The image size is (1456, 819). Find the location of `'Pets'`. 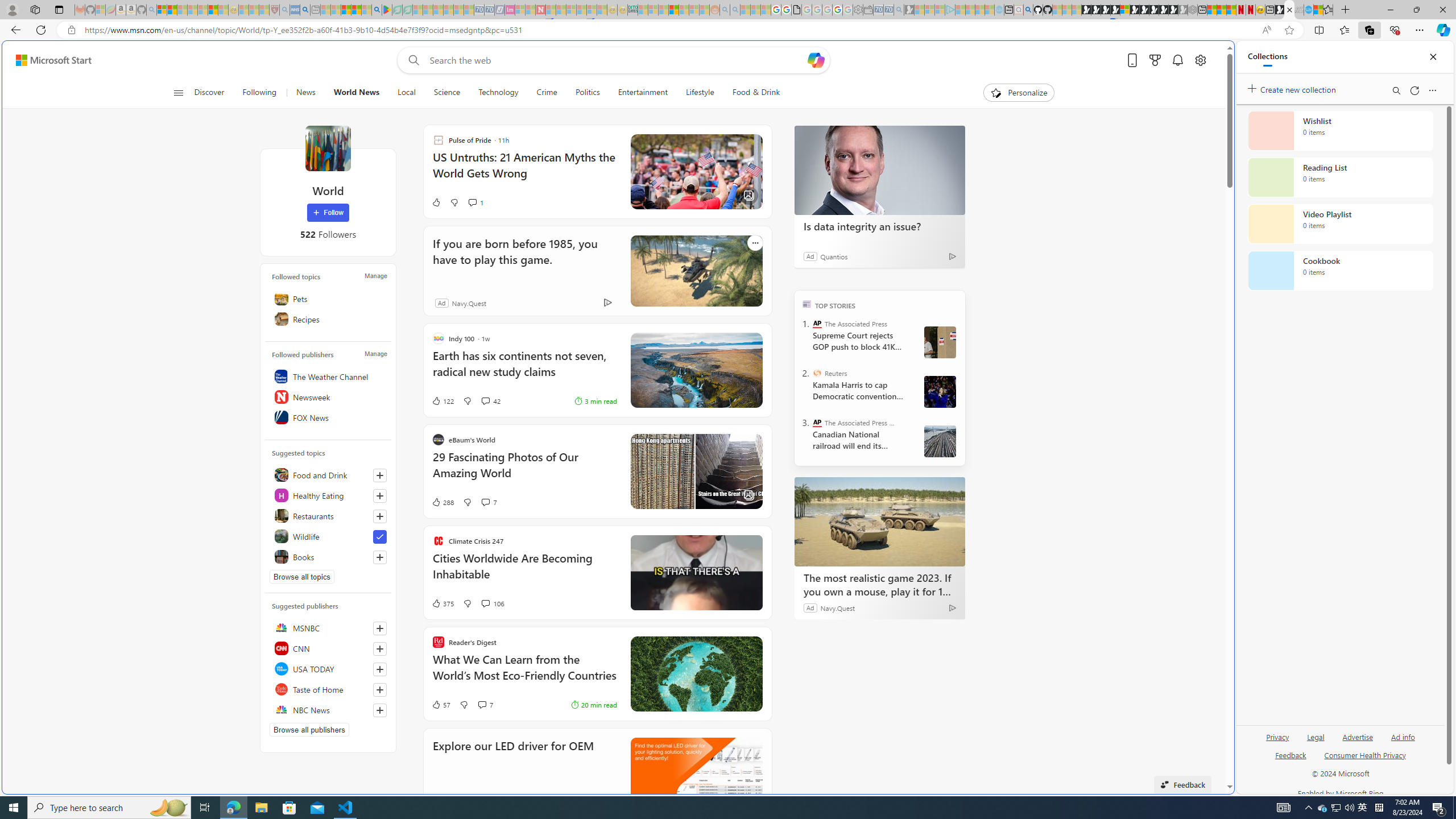

'Pets' is located at coordinates (327, 298).